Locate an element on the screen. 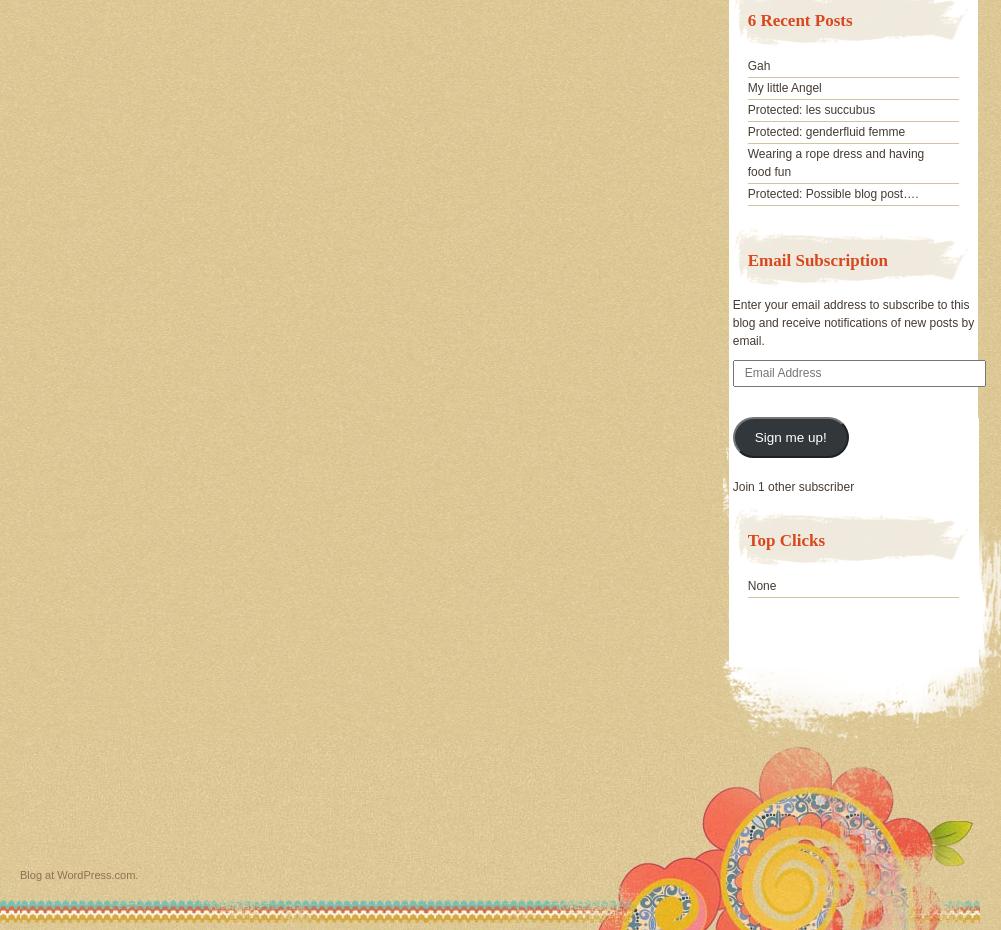  'Blog at WordPress.com.' is located at coordinates (77, 874).